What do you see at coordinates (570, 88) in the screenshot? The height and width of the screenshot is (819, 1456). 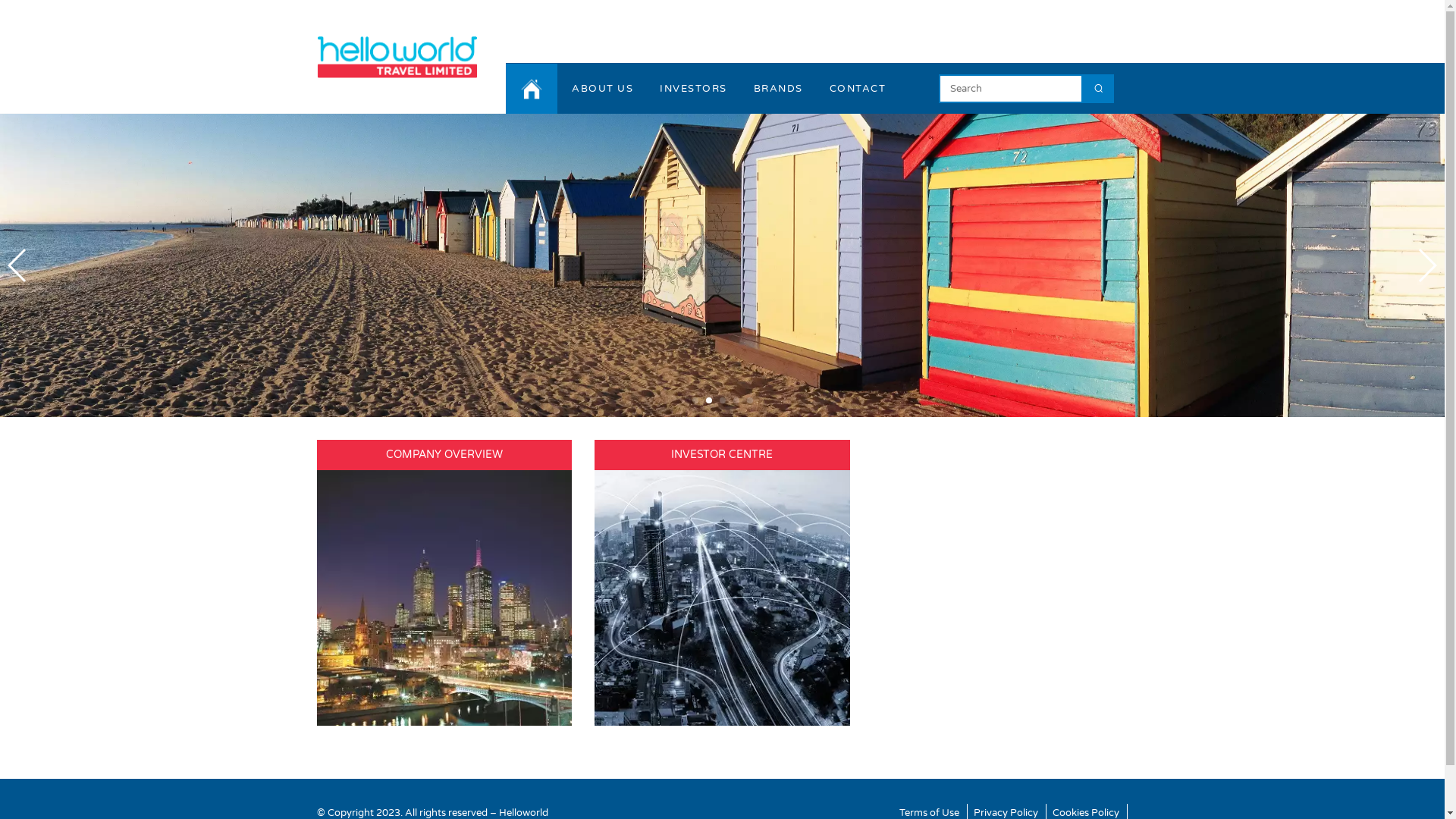 I see `'ABOUT US'` at bounding box center [570, 88].